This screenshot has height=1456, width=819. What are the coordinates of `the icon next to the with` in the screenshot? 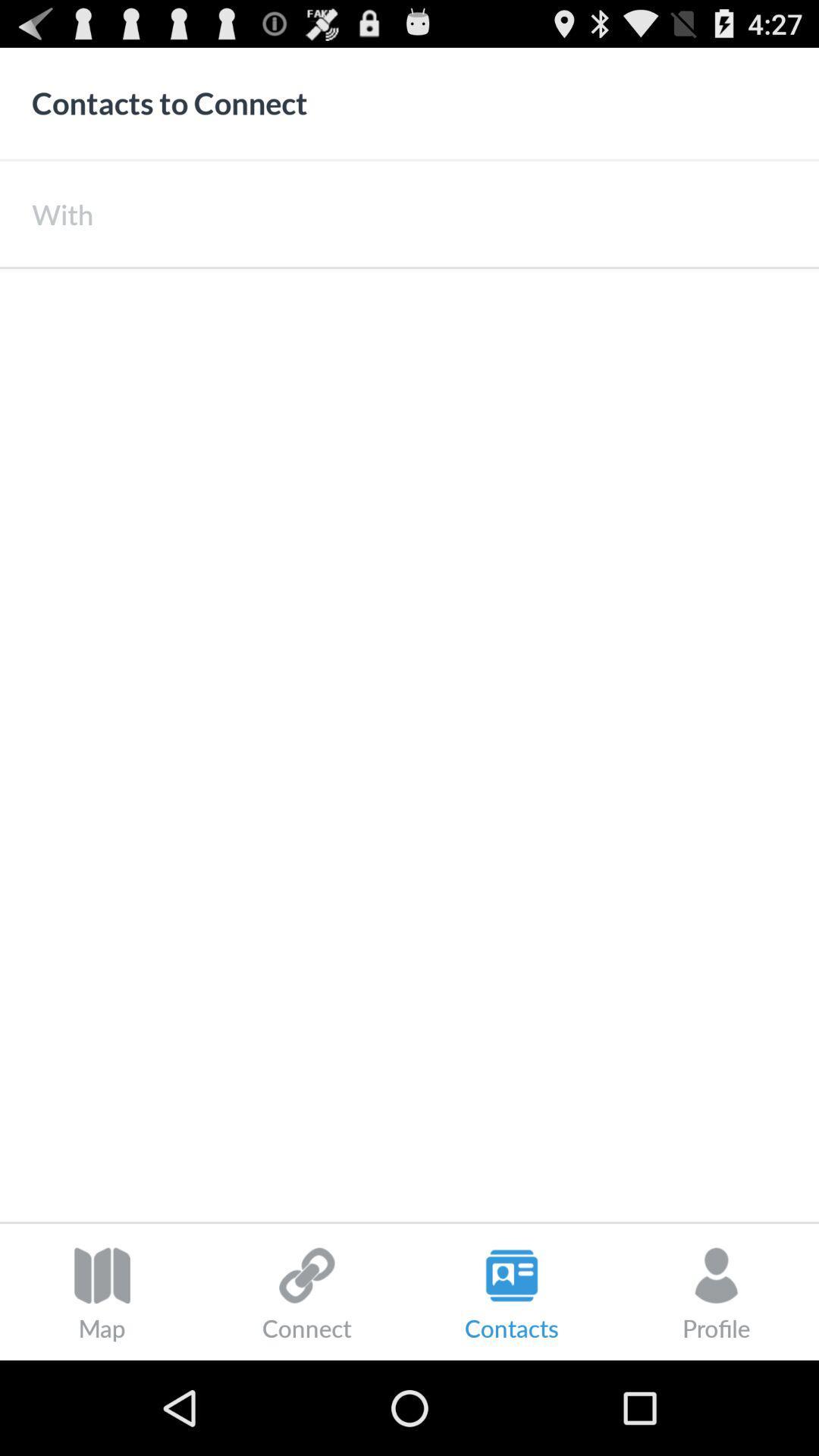 It's located at (455, 213).